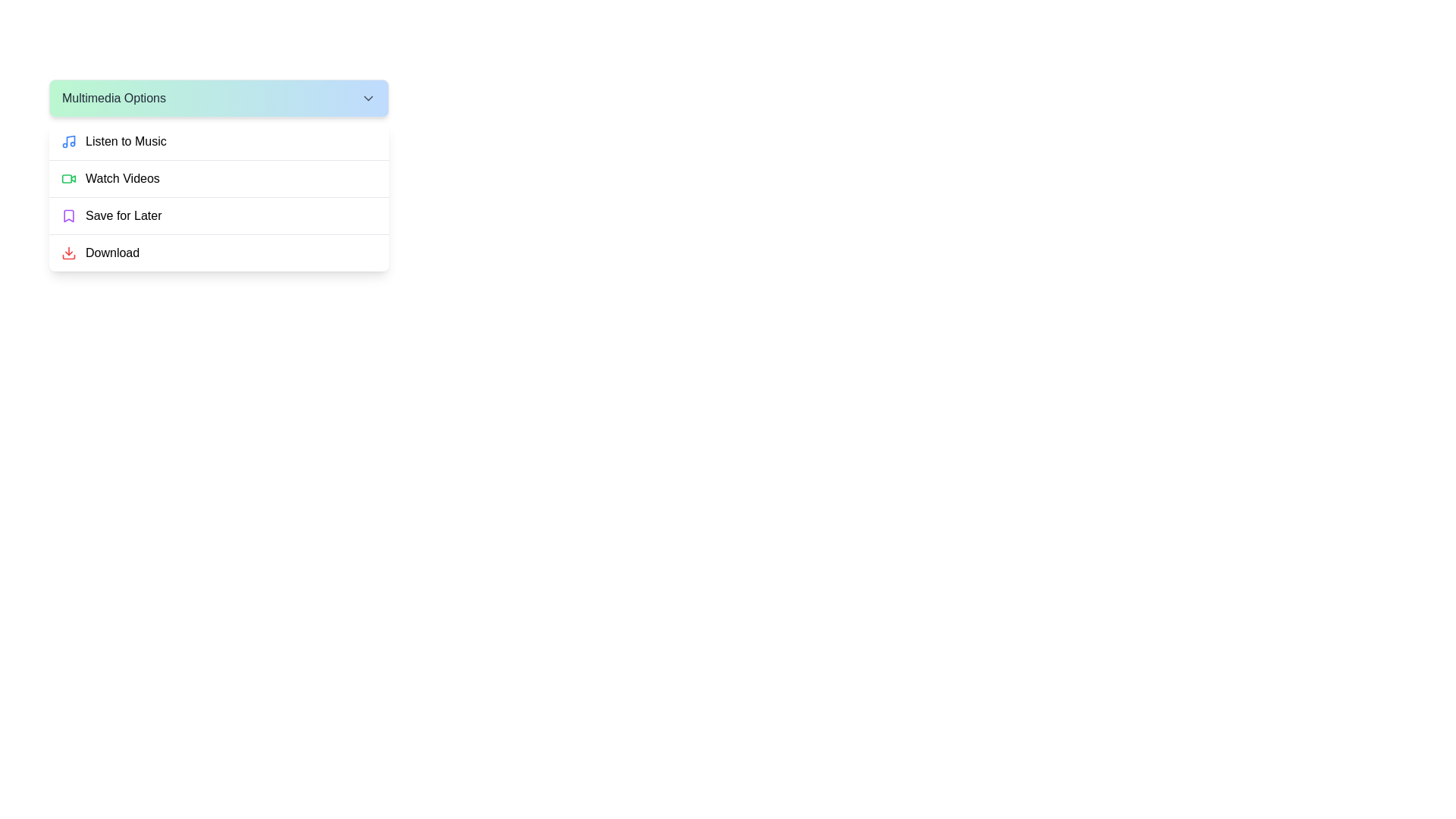  Describe the element at coordinates (68, 253) in the screenshot. I see `the downward-pointing arrow SVG icon styled with a red stroke, located beside the 'Download' text label in the 'Multimedia Options' dropdown` at that location.